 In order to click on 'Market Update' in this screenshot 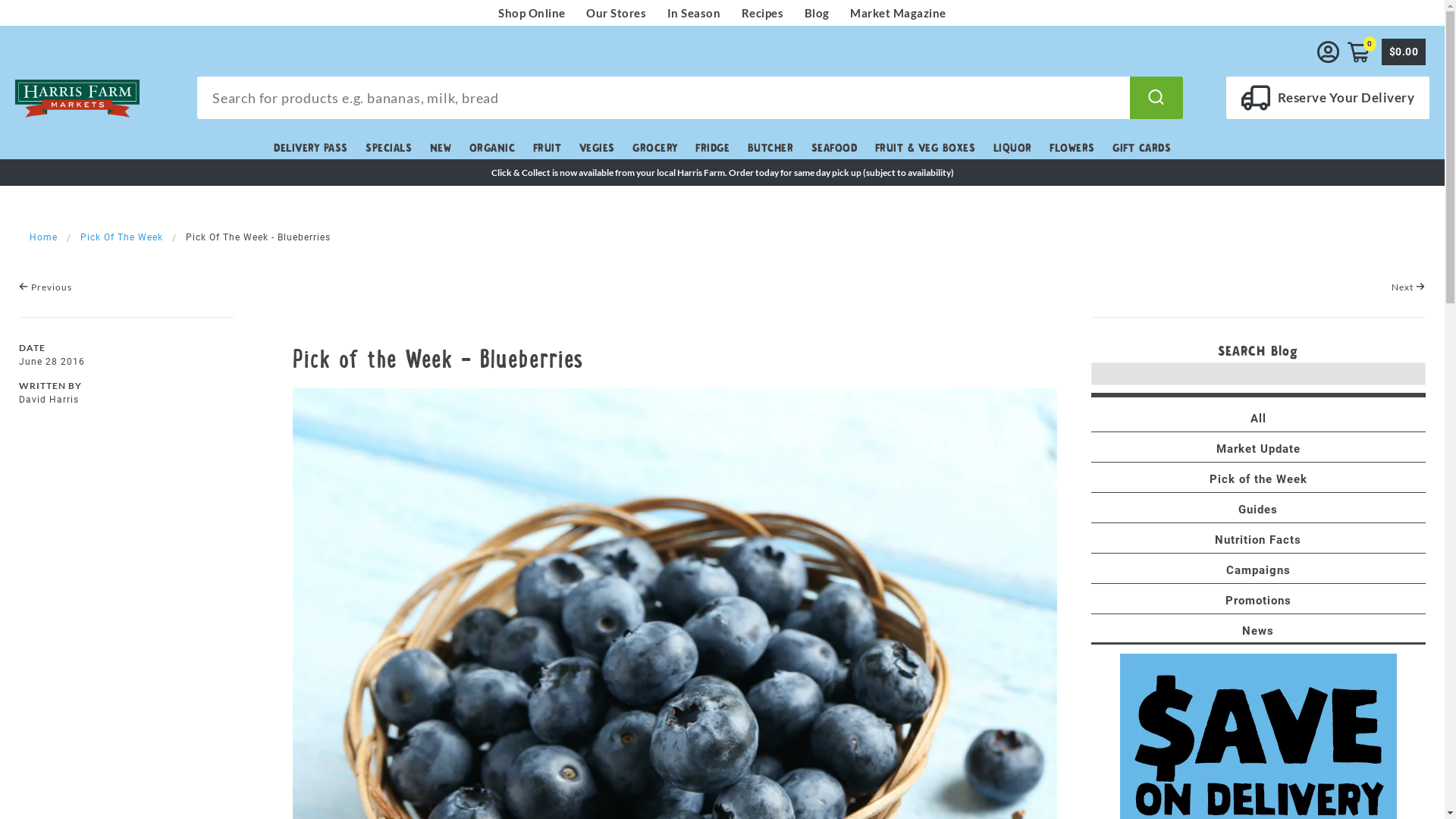, I will do `click(1258, 447)`.